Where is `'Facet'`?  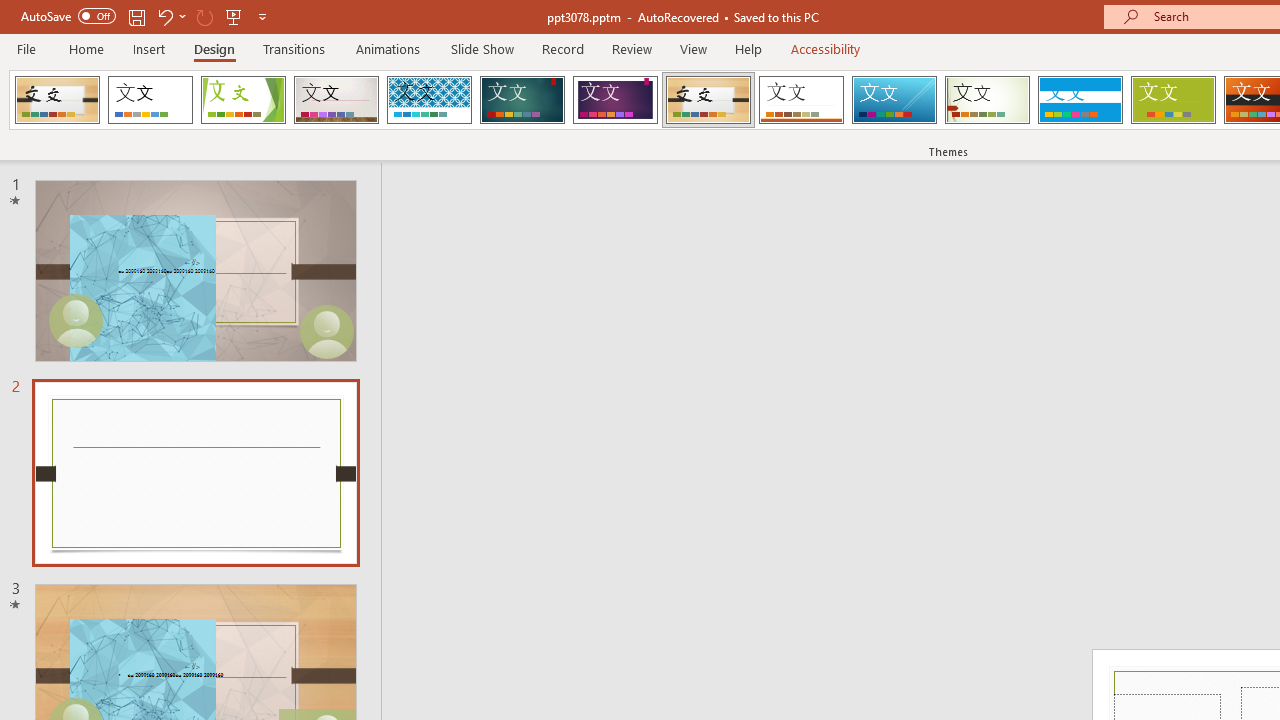 'Facet' is located at coordinates (242, 100).